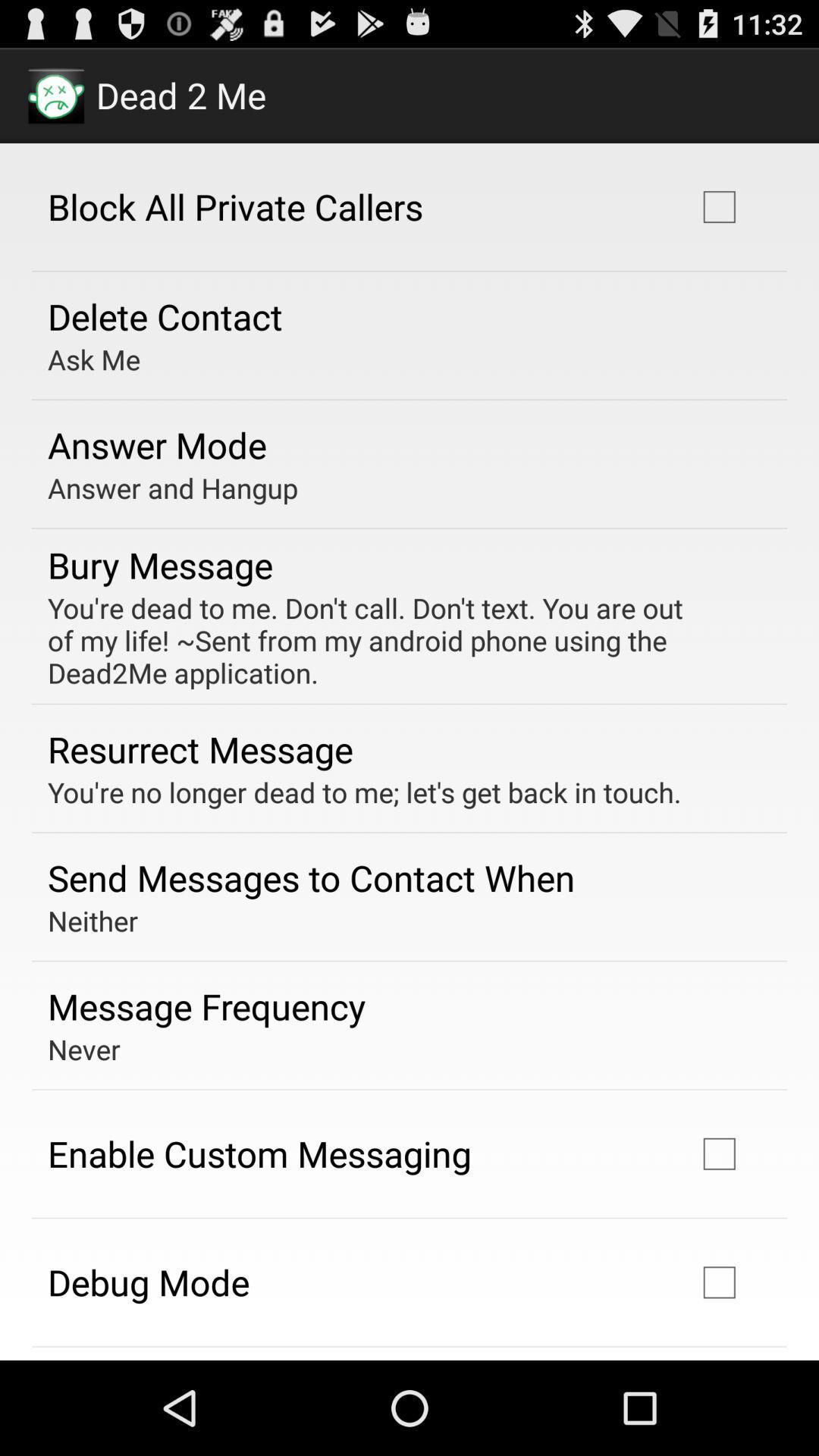 The height and width of the screenshot is (1456, 819). Describe the element at coordinates (310, 877) in the screenshot. I see `send messages to app` at that location.